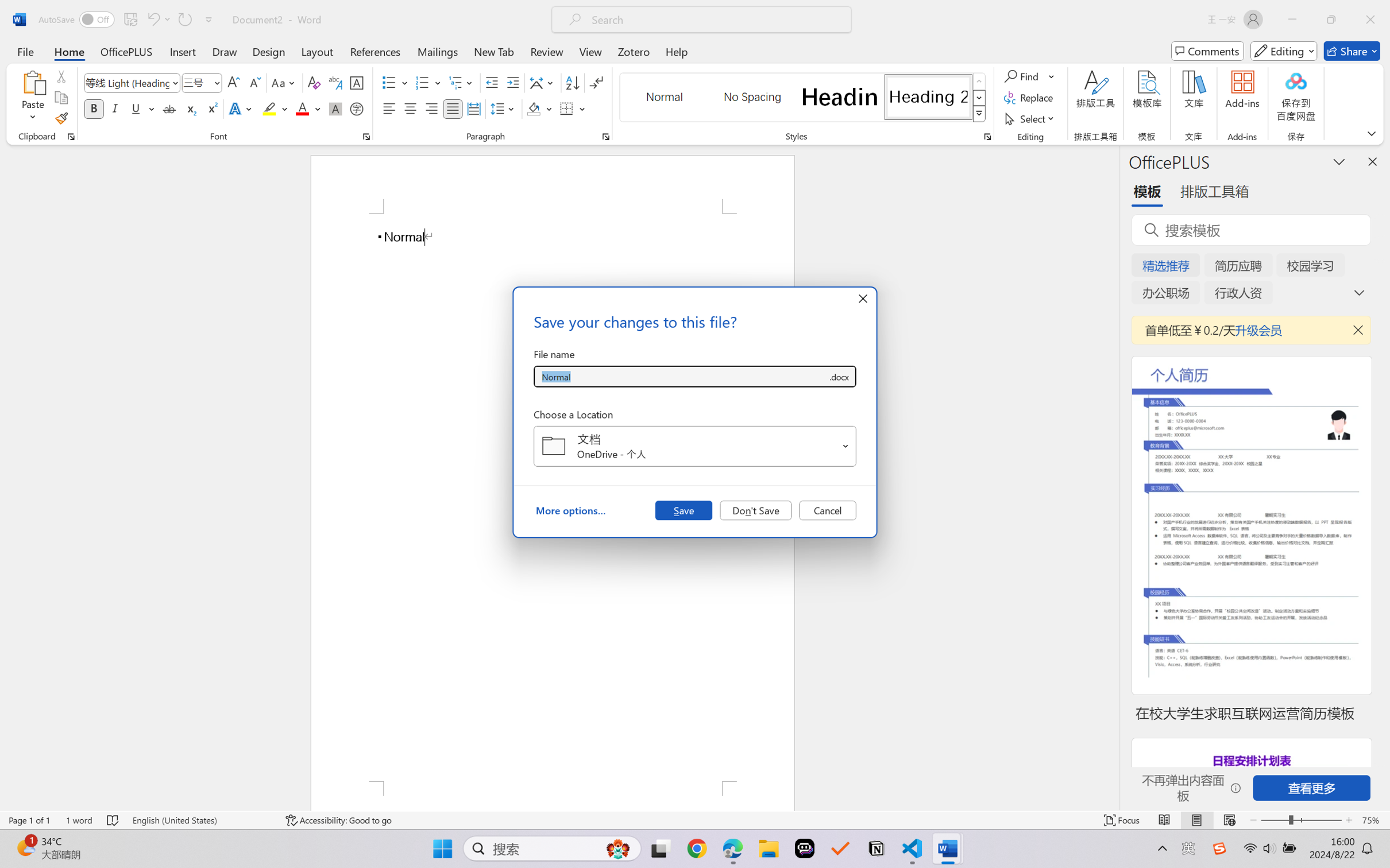 Image resolution: width=1390 pixels, height=868 pixels. What do you see at coordinates (125, 51) in the screenshot?
I see `'OfficePLUS'` at bounding box center [125, 51].